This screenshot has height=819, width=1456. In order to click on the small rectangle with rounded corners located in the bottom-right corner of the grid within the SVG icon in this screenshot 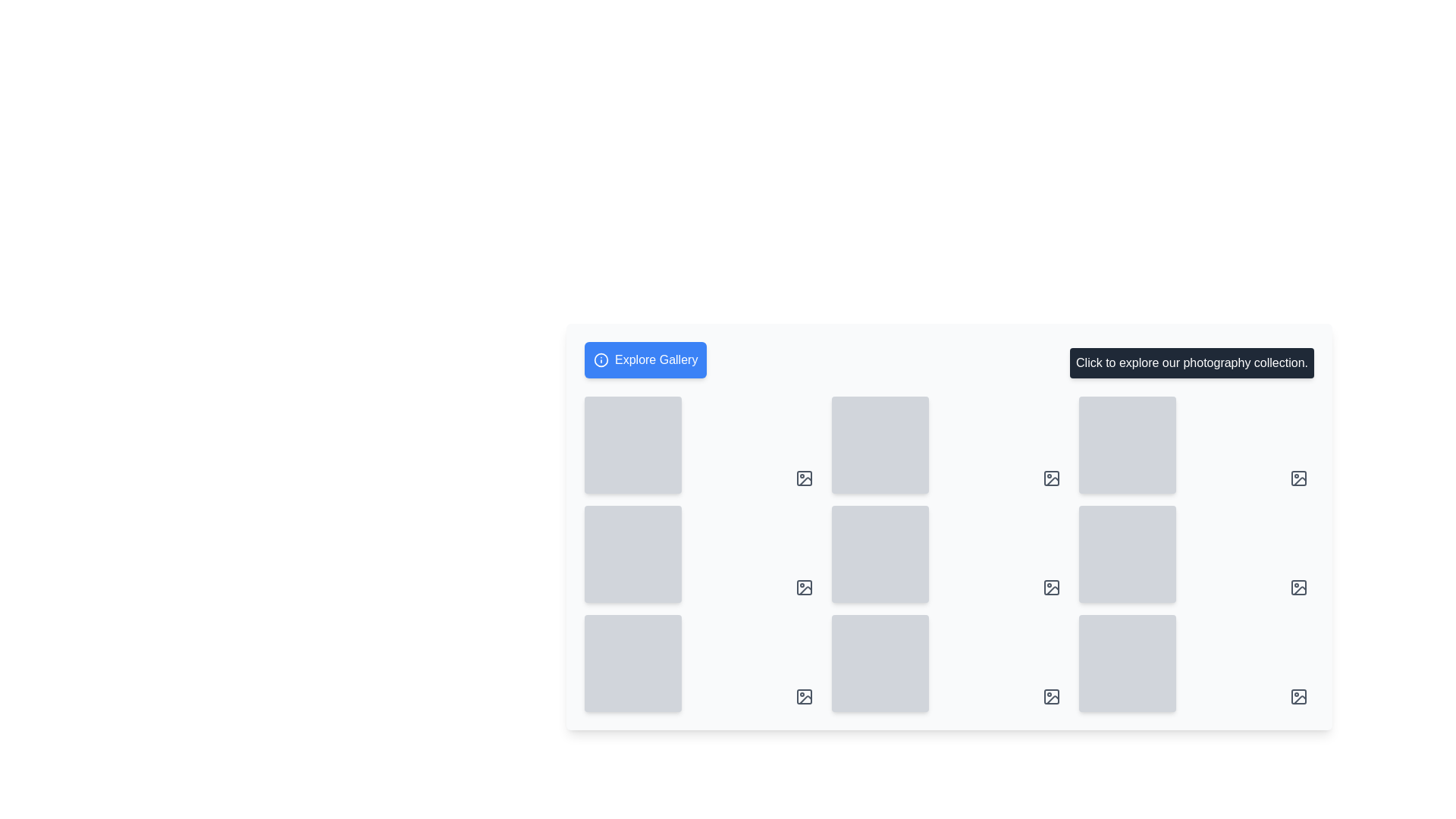, I will do `click(803, 696)`.